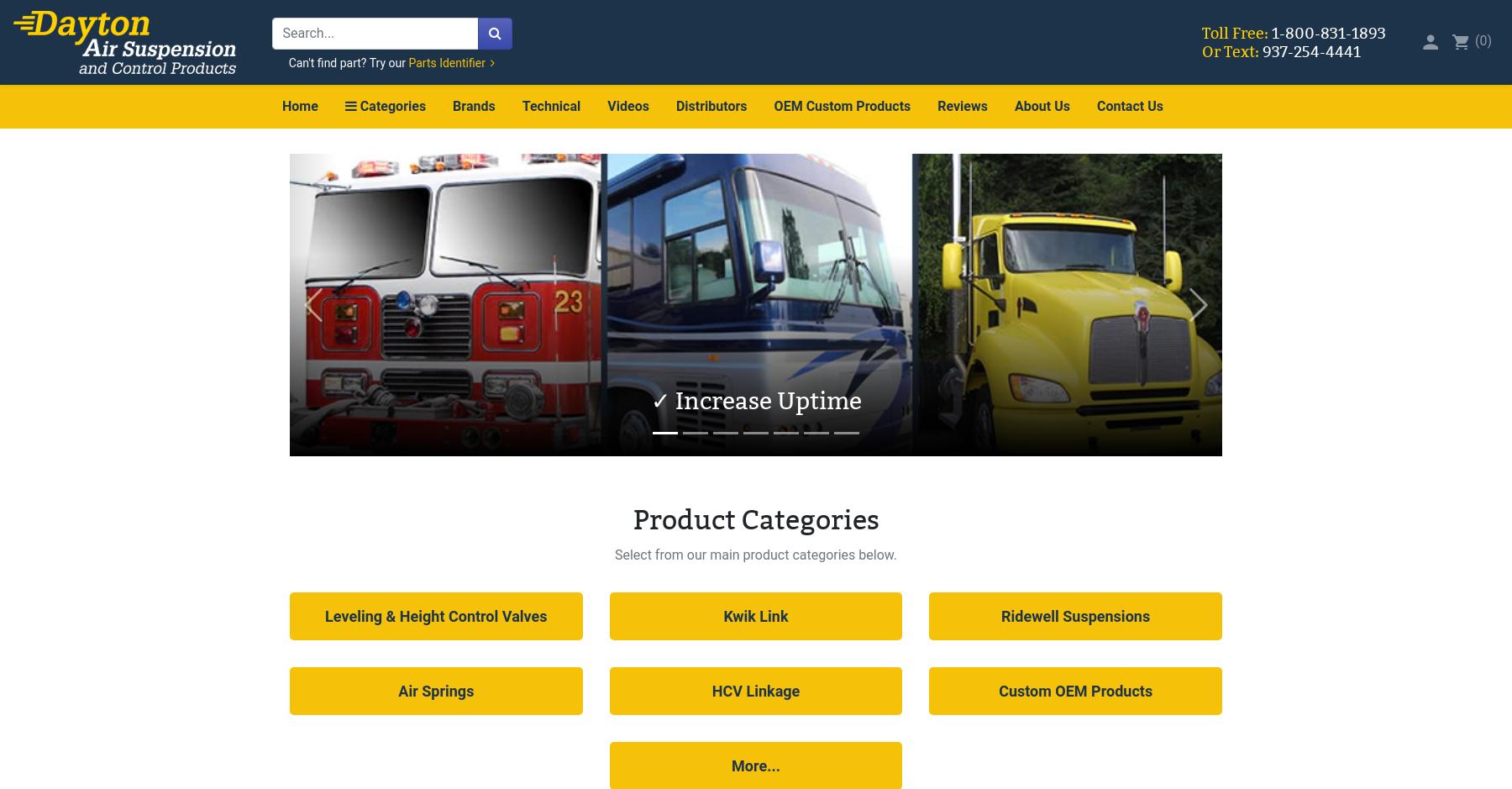  I want to click on '✓ Increase Uptime', so click(755, 398).